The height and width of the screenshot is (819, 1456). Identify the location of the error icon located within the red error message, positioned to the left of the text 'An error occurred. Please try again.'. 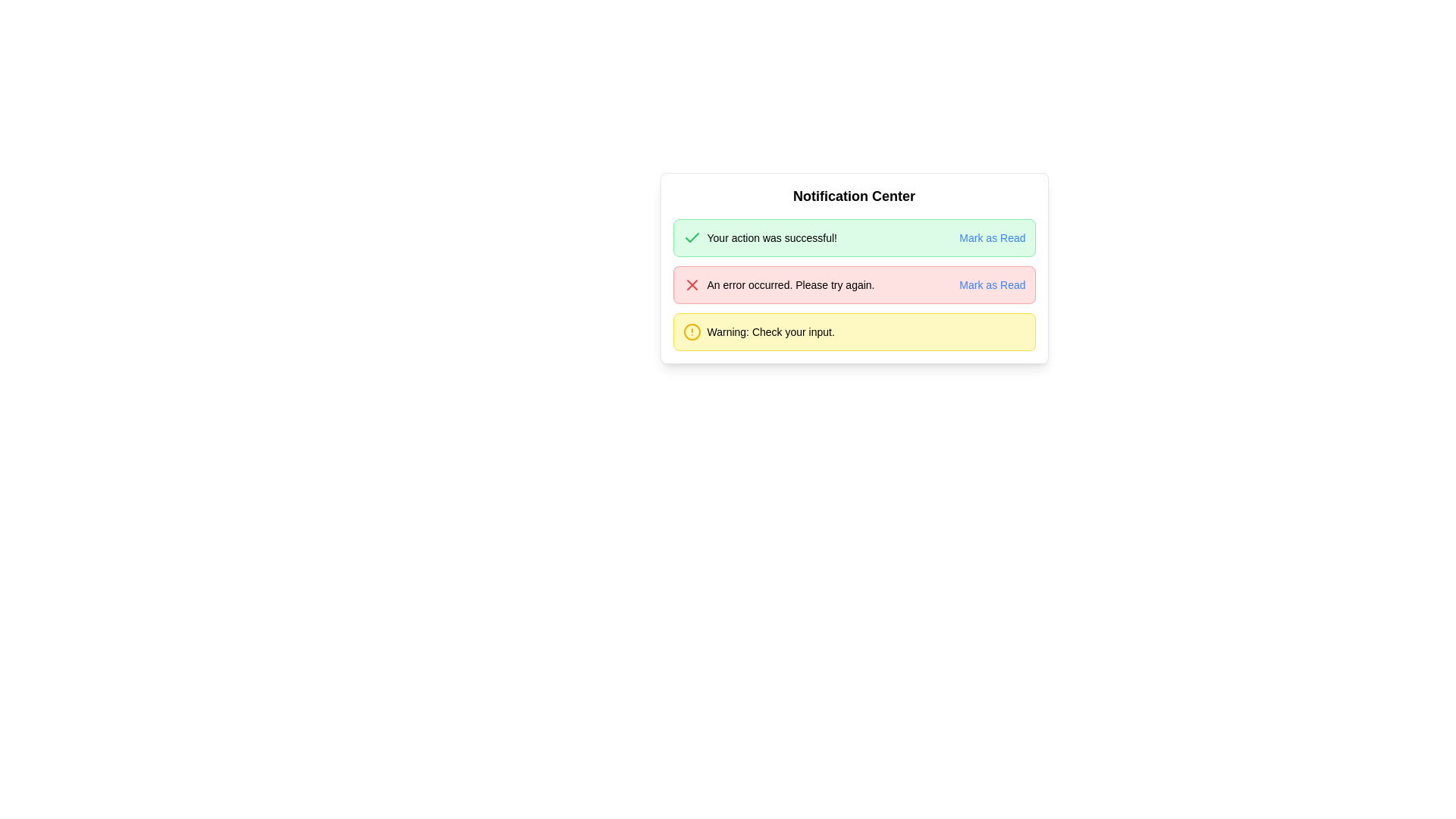
(691, 284).